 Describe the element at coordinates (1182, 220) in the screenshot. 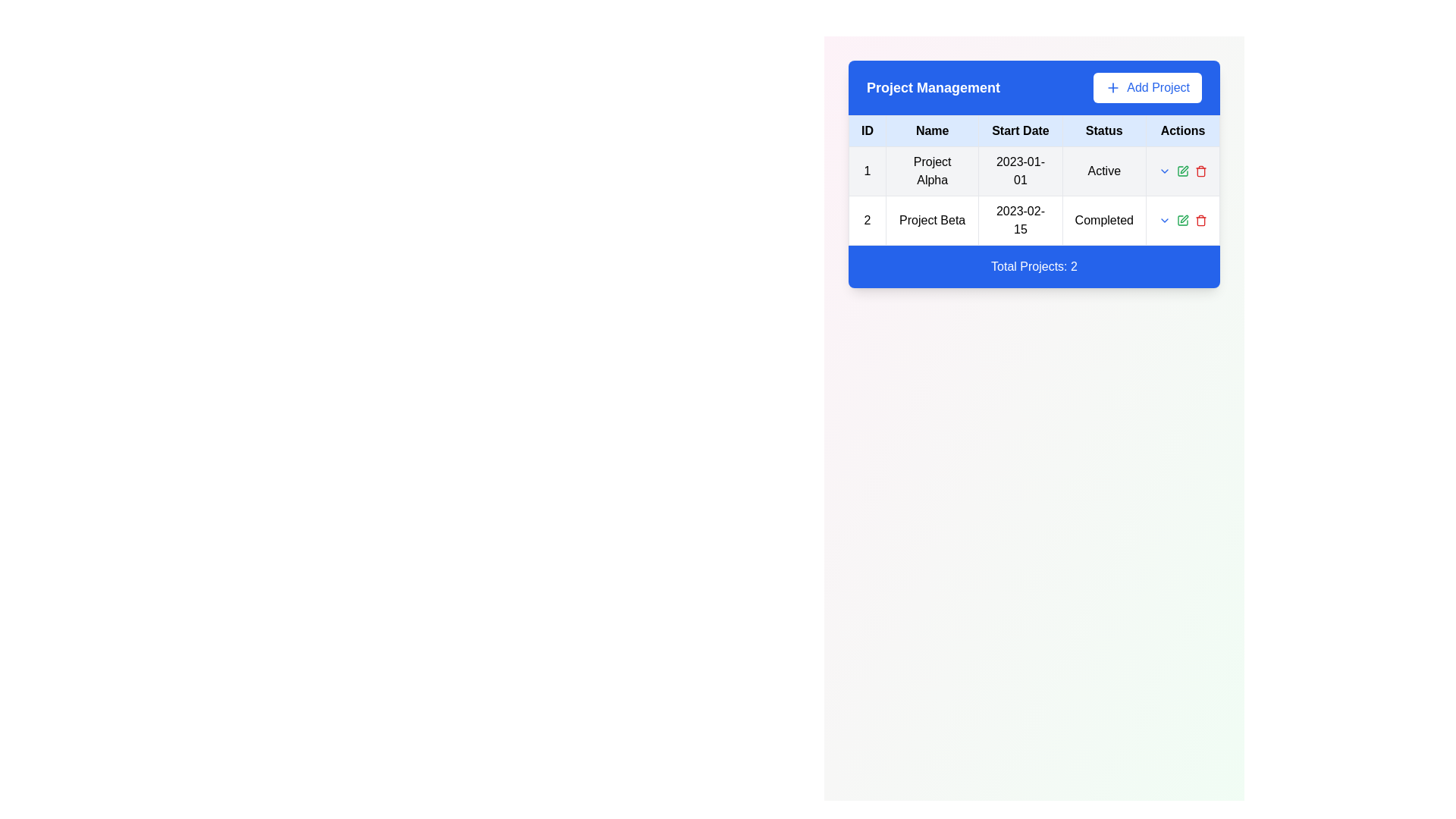

I see `the green pencil icon button in the Actions section of the second row` at that location.